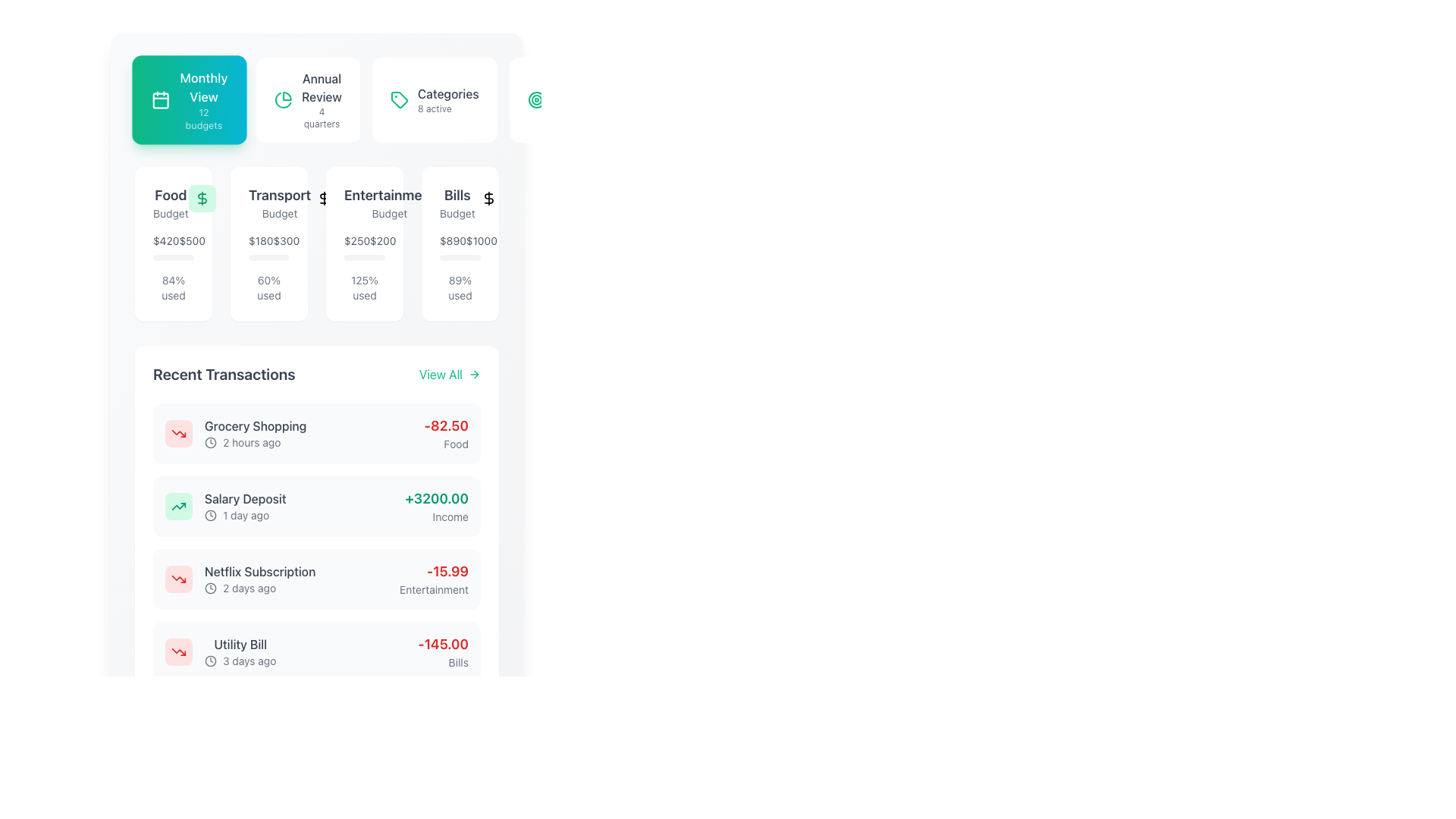 The height and width of the screenshot is (819, 1456). I want to click on the monetary amount indicator in the 'Recent Transactions' section, located to the right of the 'Grocery Shopping' label and above the 'Food' label, so click(445, 426).